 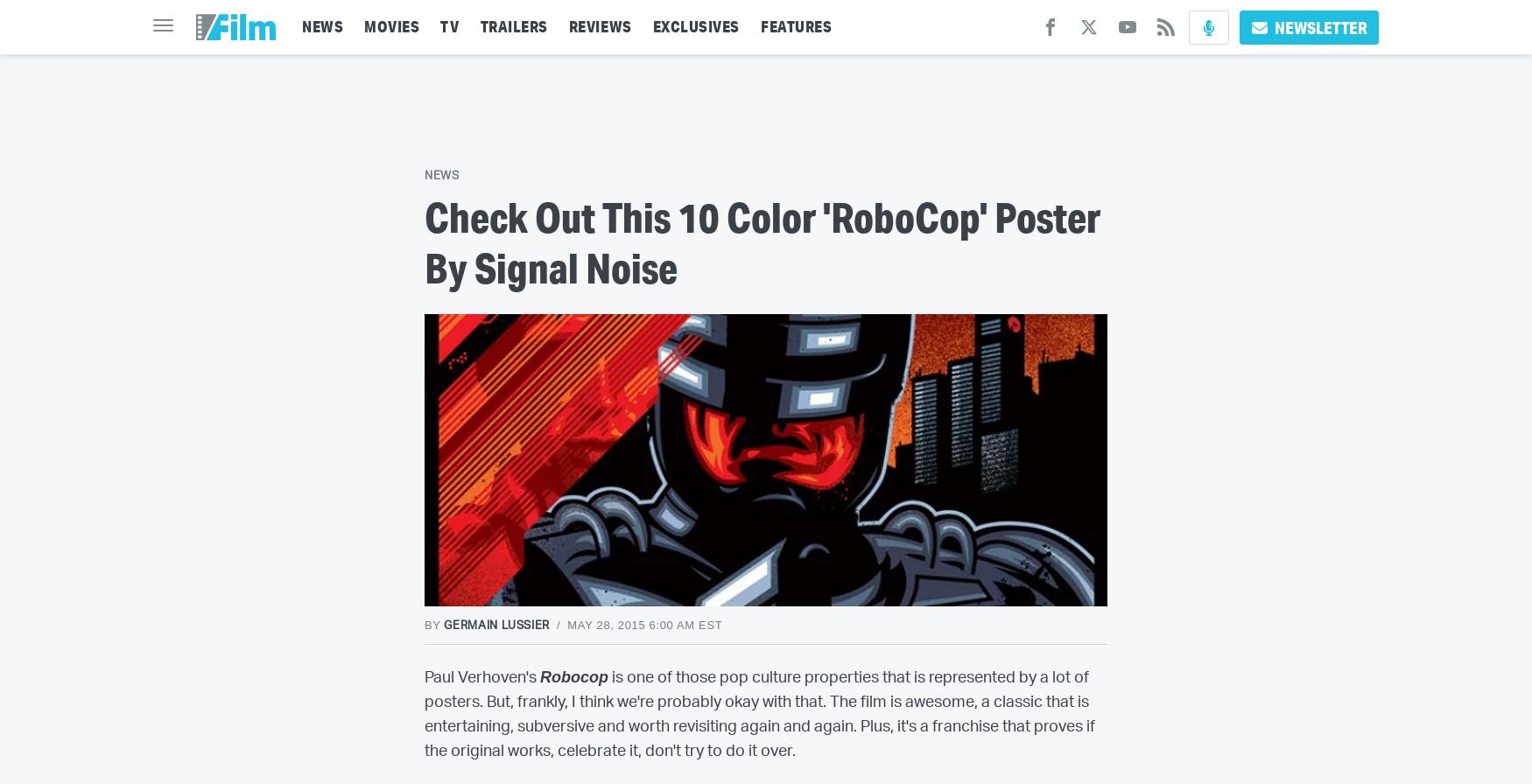 What do you see at coordinates (695, 26) in the screenshot?
I see `'EXCLUSIVES'` at bounding box center [695, 26].